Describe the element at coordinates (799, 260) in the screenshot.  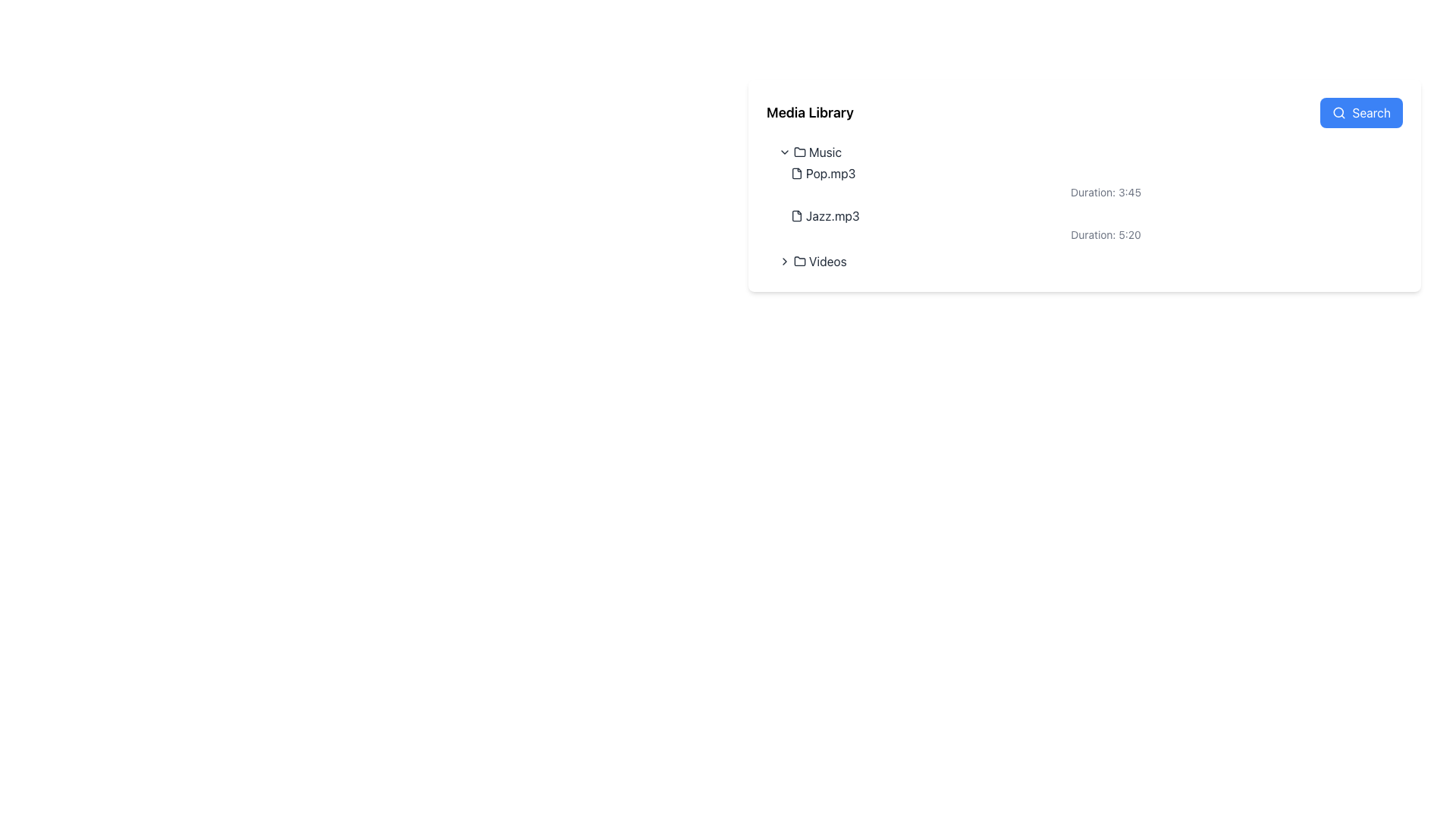
I see `the folder icon associated with the 'Videos' label in the 'Media Library' section` at that location.